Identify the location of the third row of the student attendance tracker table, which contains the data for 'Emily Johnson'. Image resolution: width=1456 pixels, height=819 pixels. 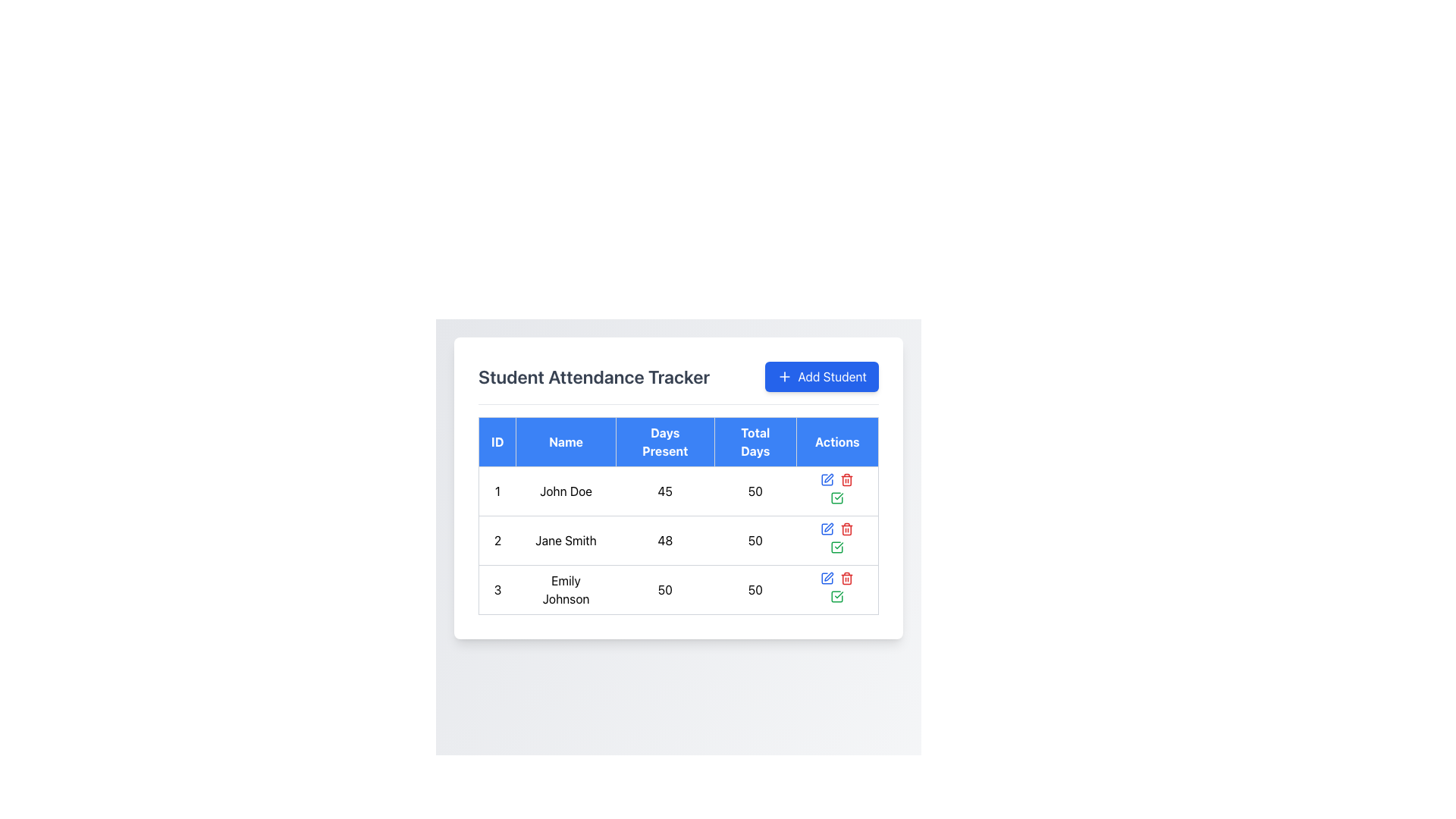
(677, 589).